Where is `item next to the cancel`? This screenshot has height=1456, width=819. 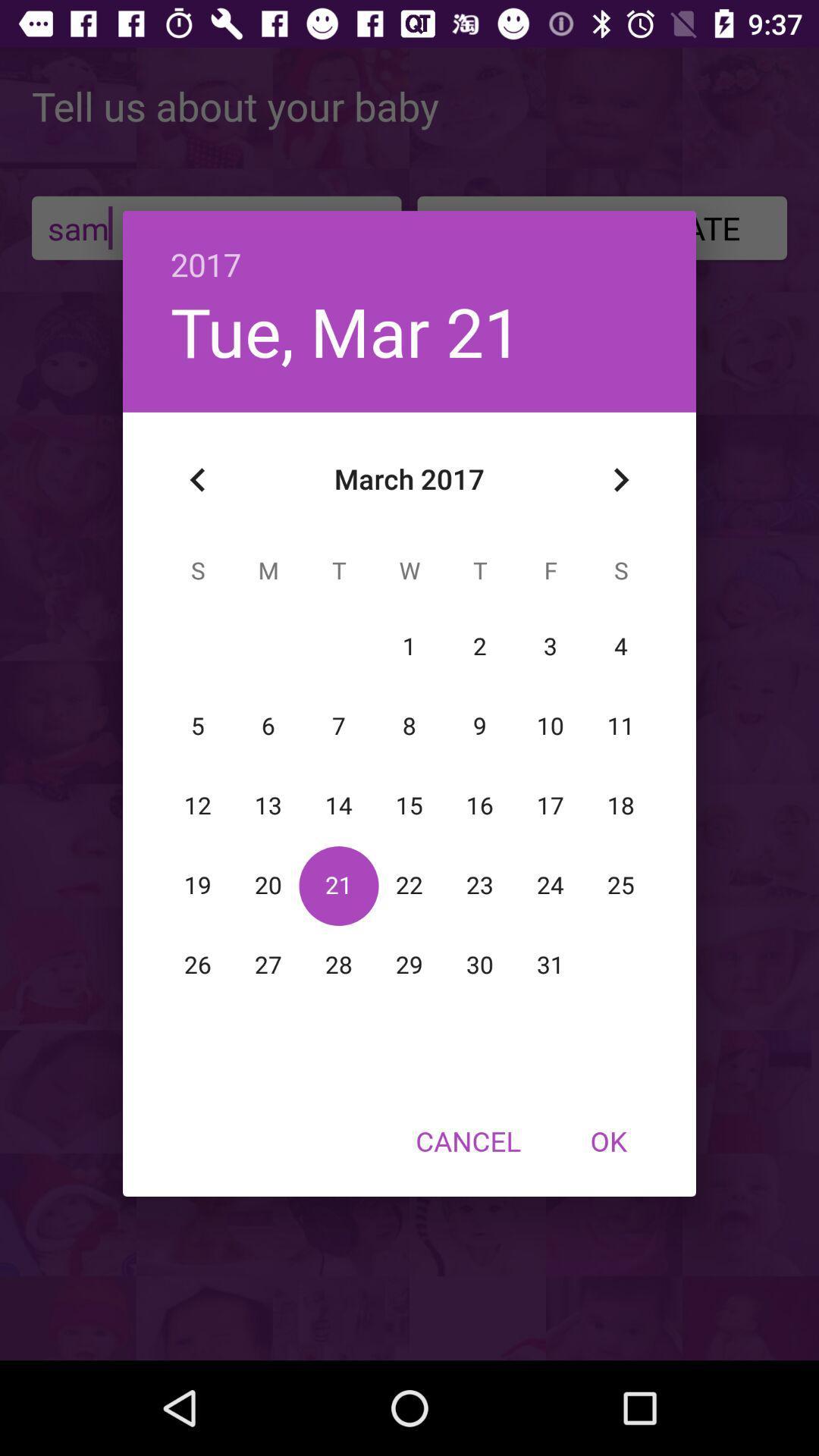
item next to the cancel is located at coordinates (607, 1141).